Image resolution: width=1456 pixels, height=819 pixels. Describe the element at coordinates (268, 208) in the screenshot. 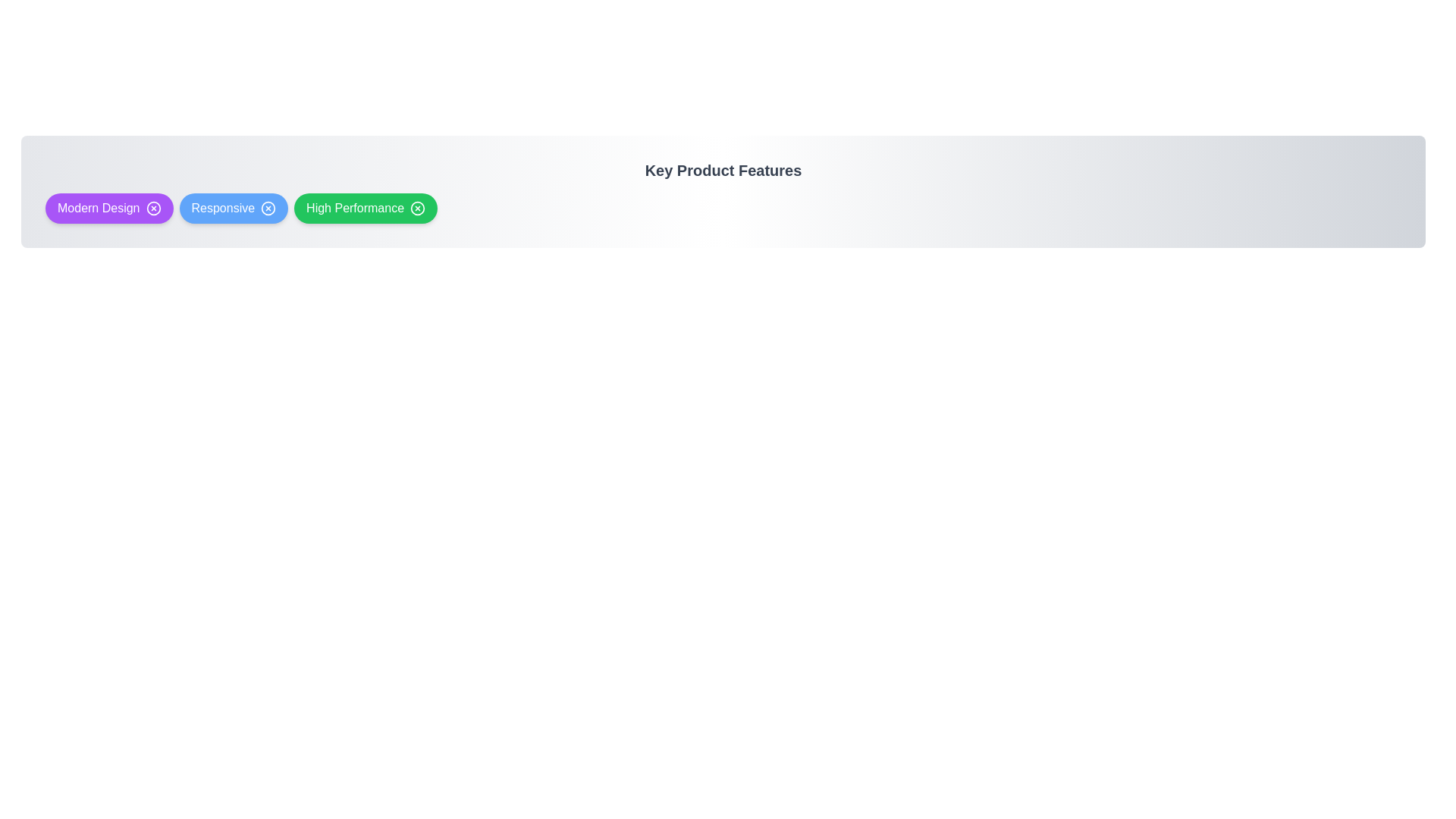

I see `remove button for the feature Responsive` at that location.